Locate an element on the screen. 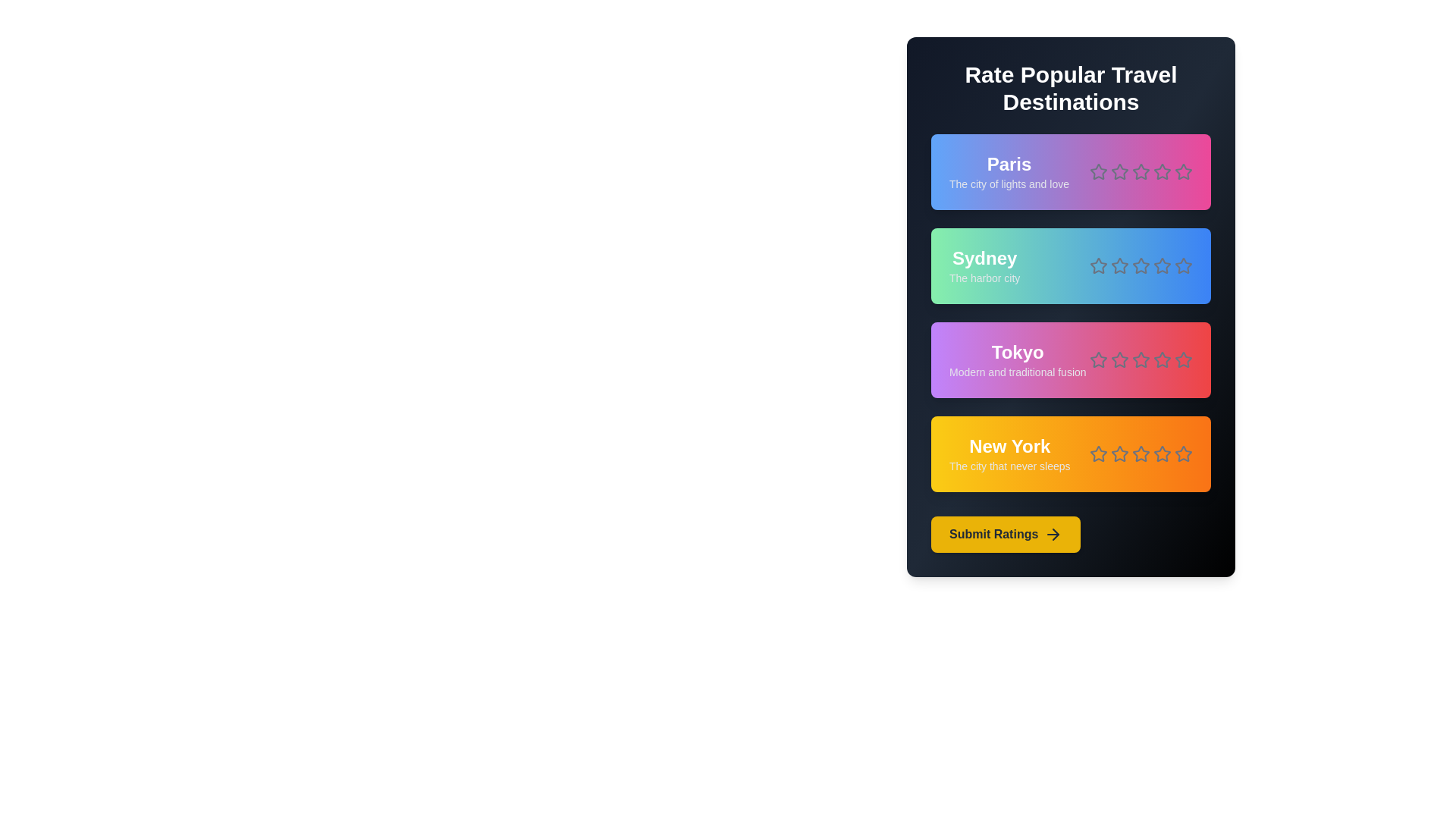  the star corresponding to 3 stars to preview the rating is located at coordinates (1141, 171).